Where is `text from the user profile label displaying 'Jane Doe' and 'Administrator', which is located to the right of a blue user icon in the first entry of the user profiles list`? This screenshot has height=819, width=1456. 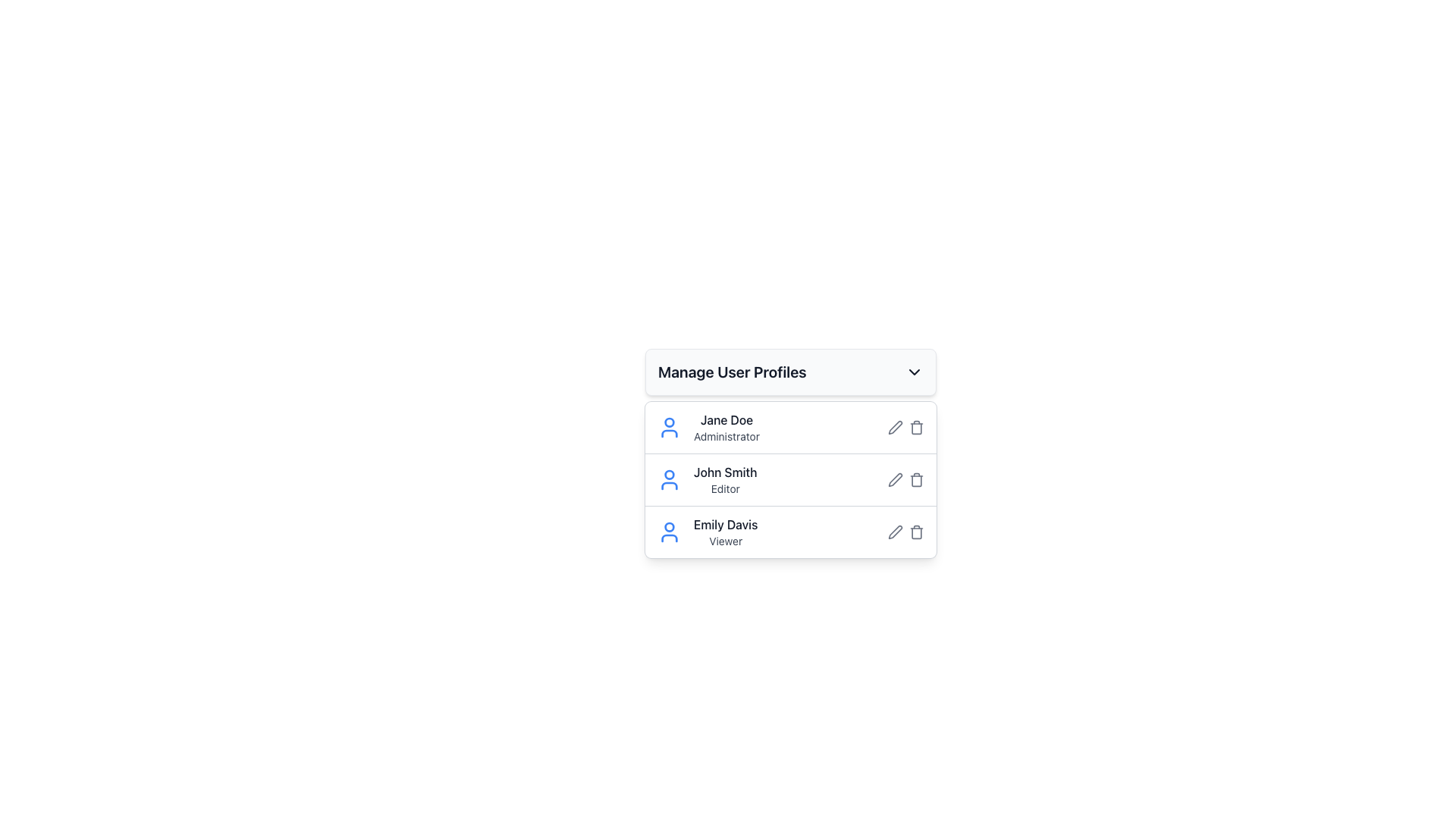
text from the user profile label displaying 'Jane Doe' and 'Administrator', which is located to the right of a blue user icon in the first entry of the user profiles list is located at coordinates (726, 427).